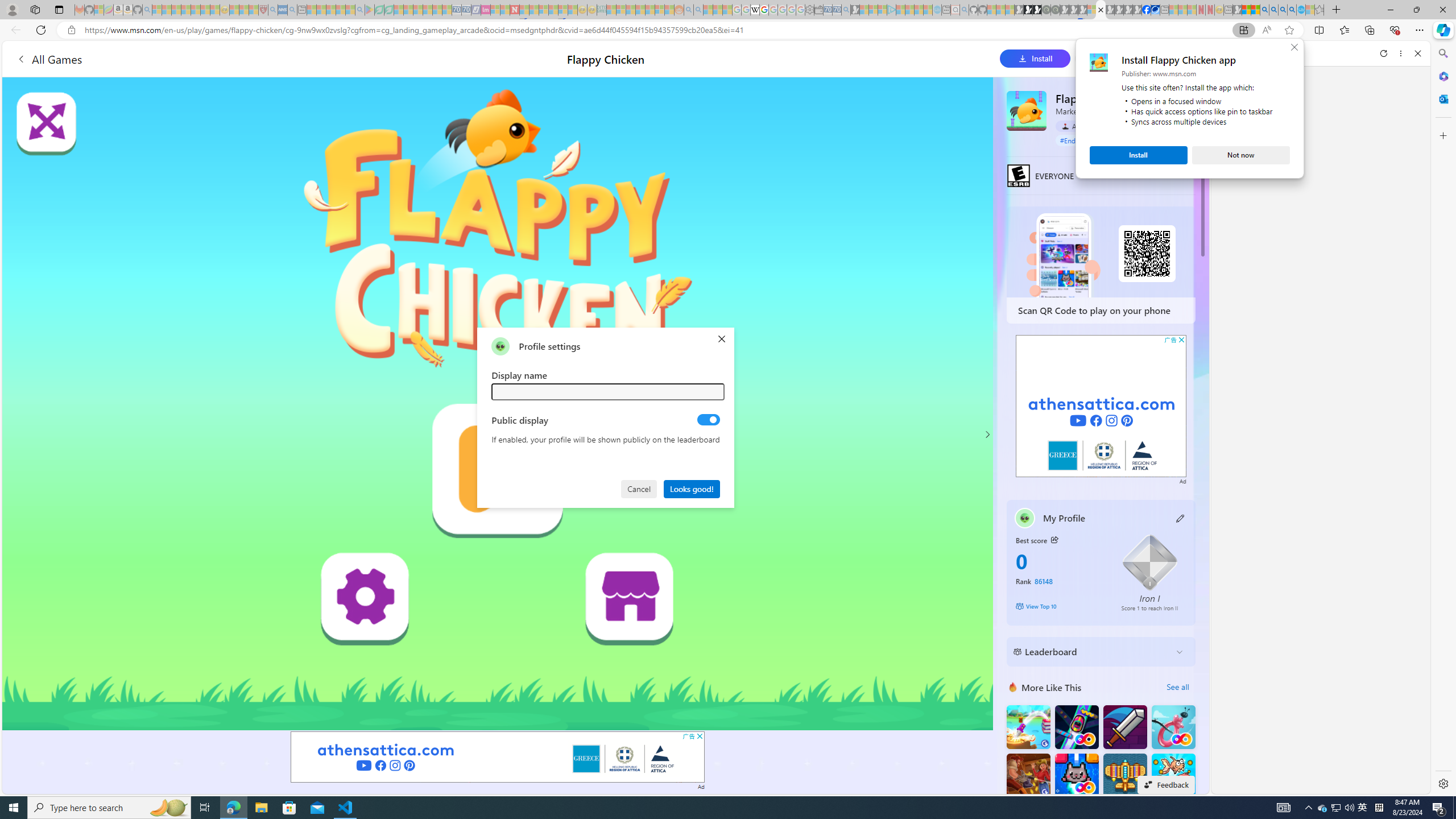 The image size is (1456, 819). Describe the element at coordinates (1155, 9) in the screenshot. I see `'AirNow.gov'` at that location.